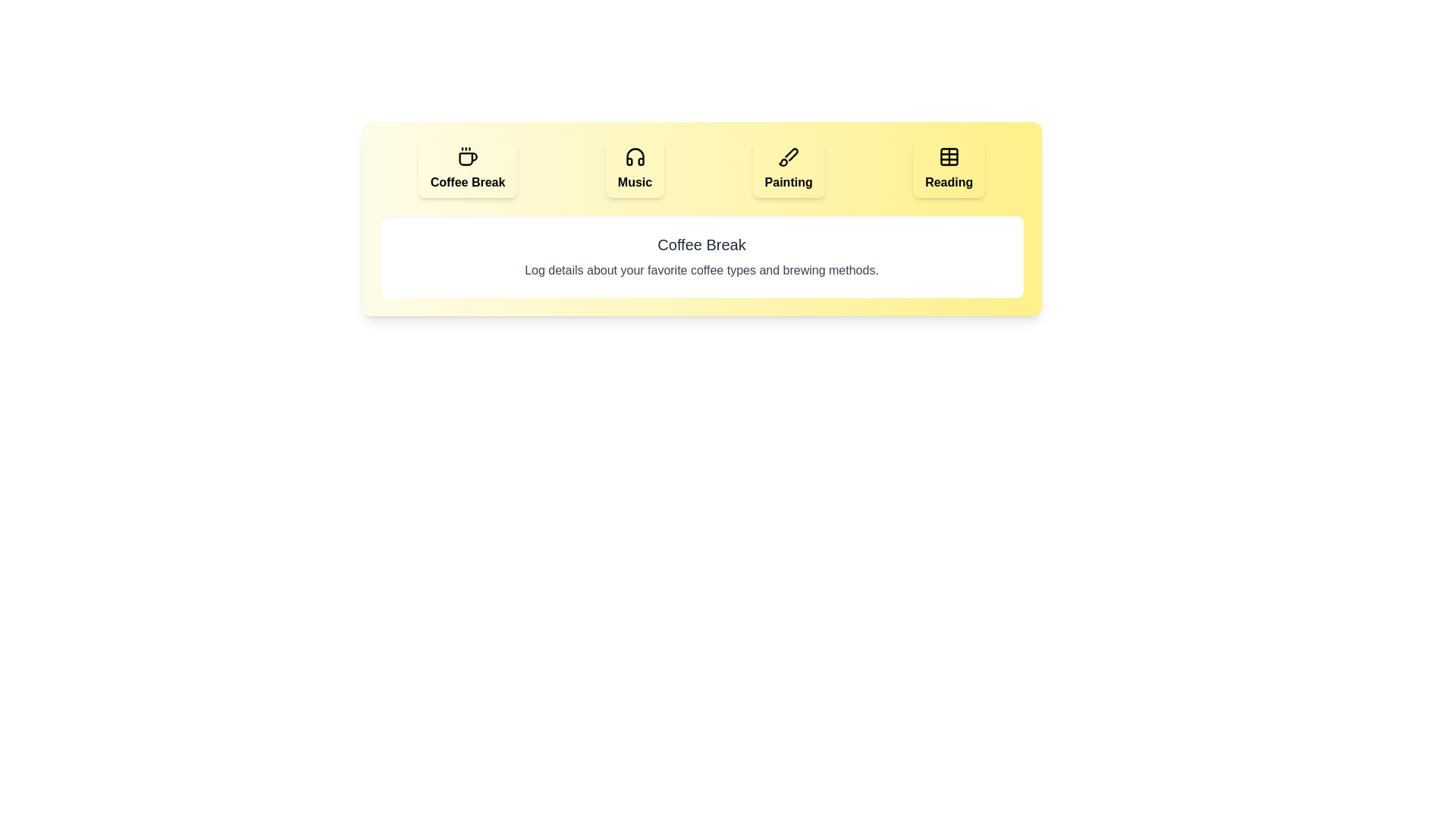 The image size is (1456, 819). I want to click on the static text display that provides additional details about the 'Coffee Break' topic, located beneath the heading 'Coffee Break' in a white card-like section, so click(701, 270).